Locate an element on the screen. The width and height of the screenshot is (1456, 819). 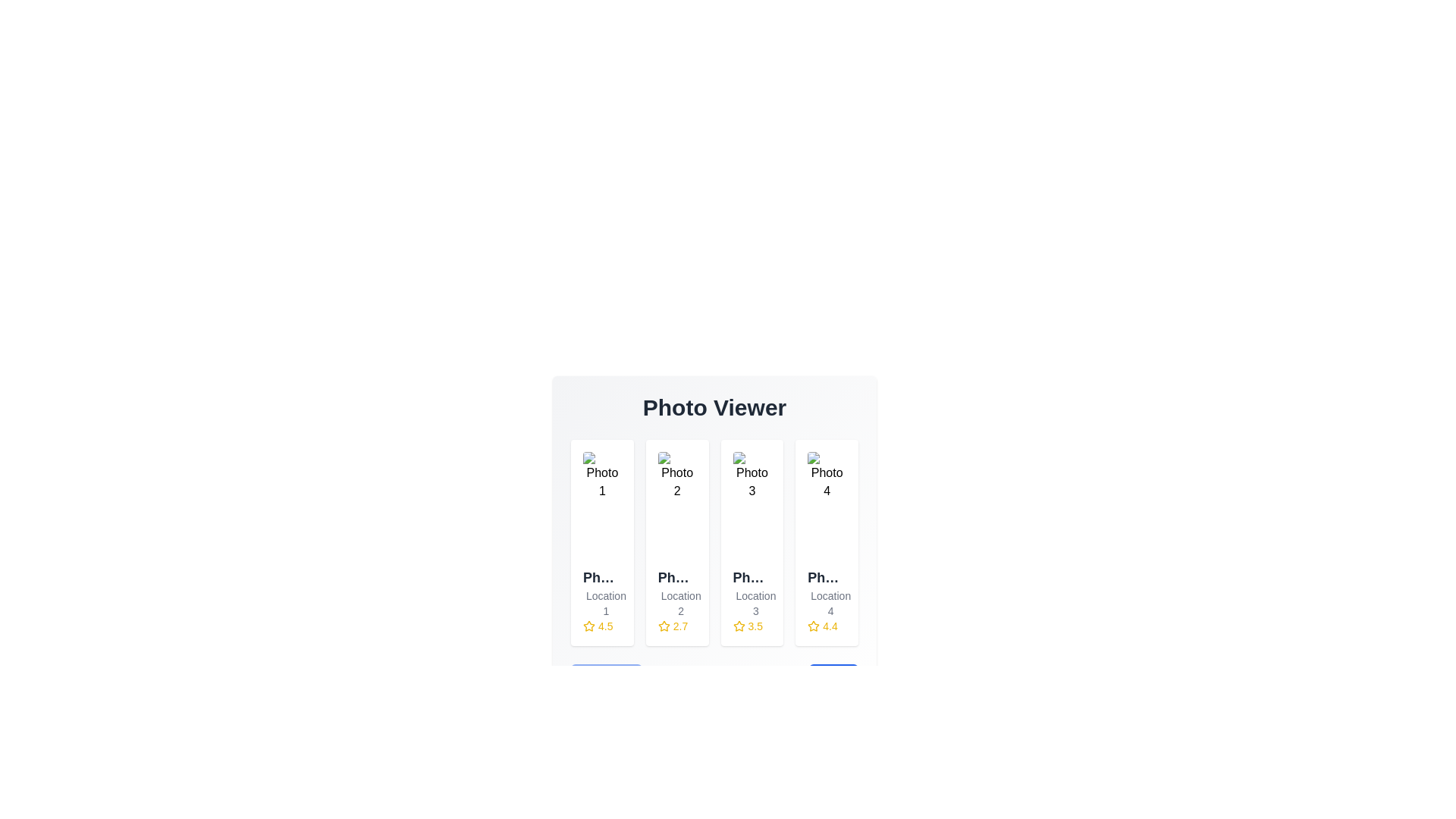
the image placeholder in the first column of the grid layout is located at coordinates (601, 506).